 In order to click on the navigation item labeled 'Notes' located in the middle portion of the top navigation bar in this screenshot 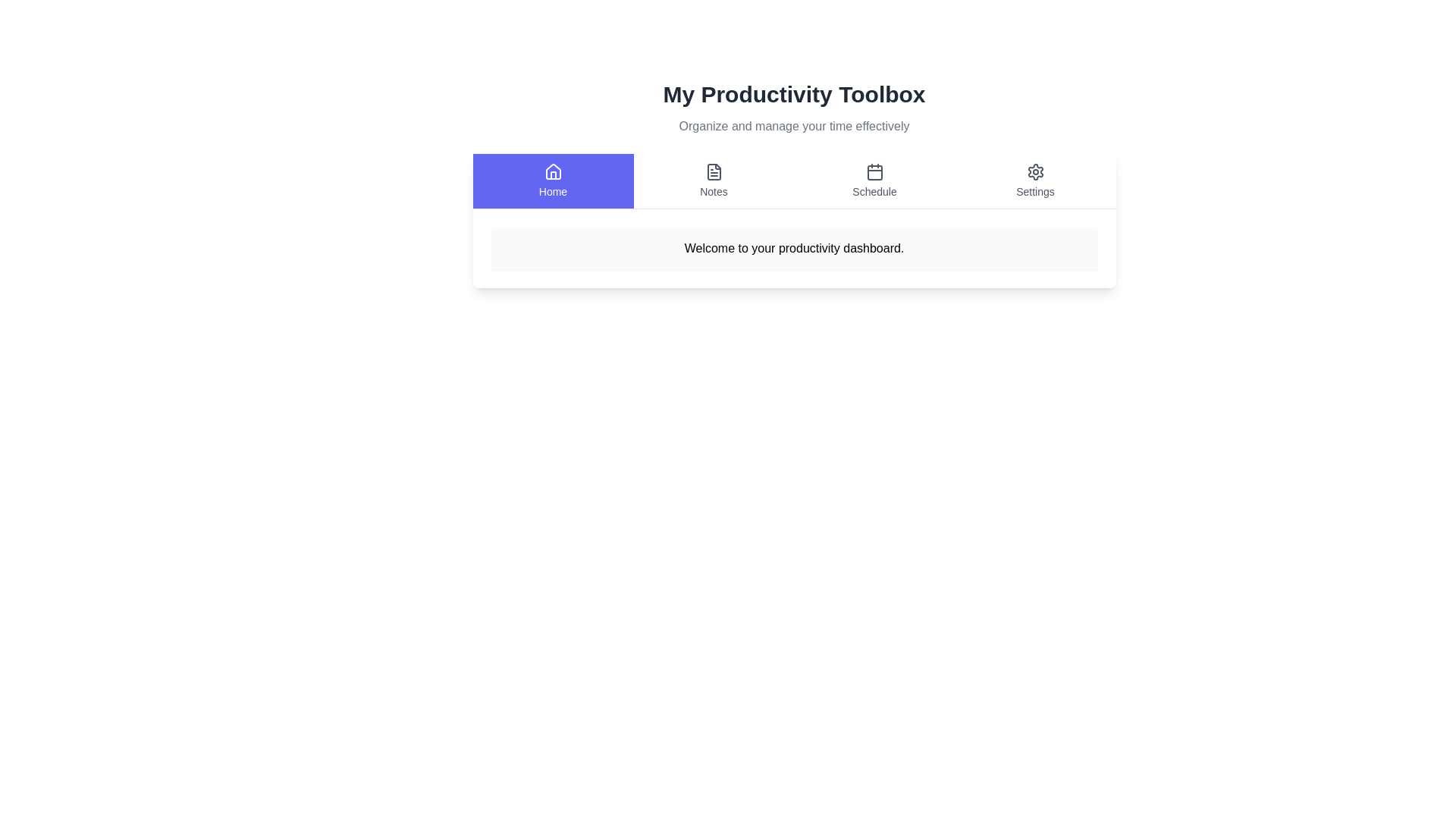, I will do `click(713, 180)`.